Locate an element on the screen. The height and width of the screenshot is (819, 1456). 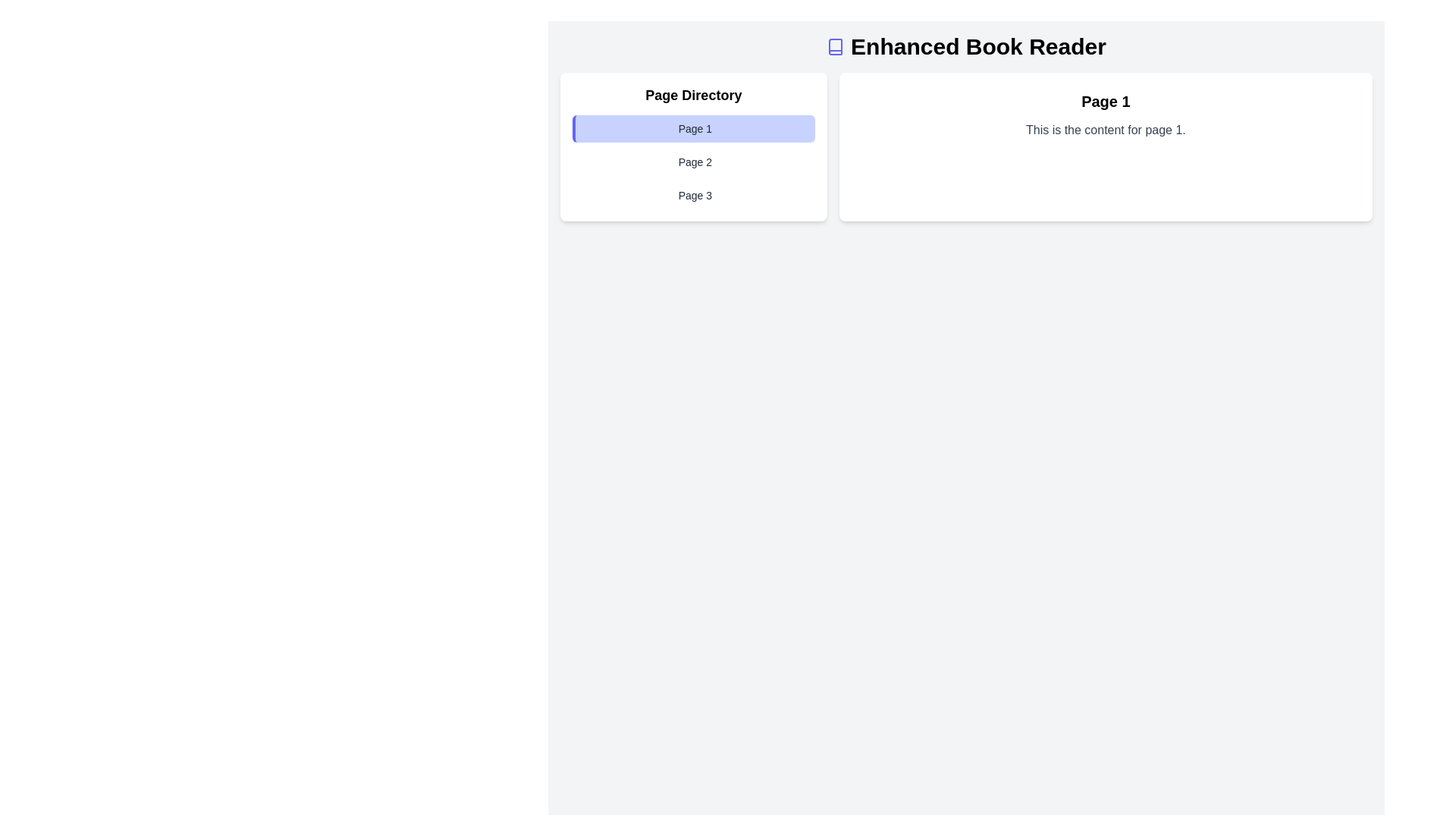
the vector icon representing a book, which is styled with indigo and located near the top-left corner of the header, adjacent to 'Enhanced Book Reader' is located at coordinates (835, 45).